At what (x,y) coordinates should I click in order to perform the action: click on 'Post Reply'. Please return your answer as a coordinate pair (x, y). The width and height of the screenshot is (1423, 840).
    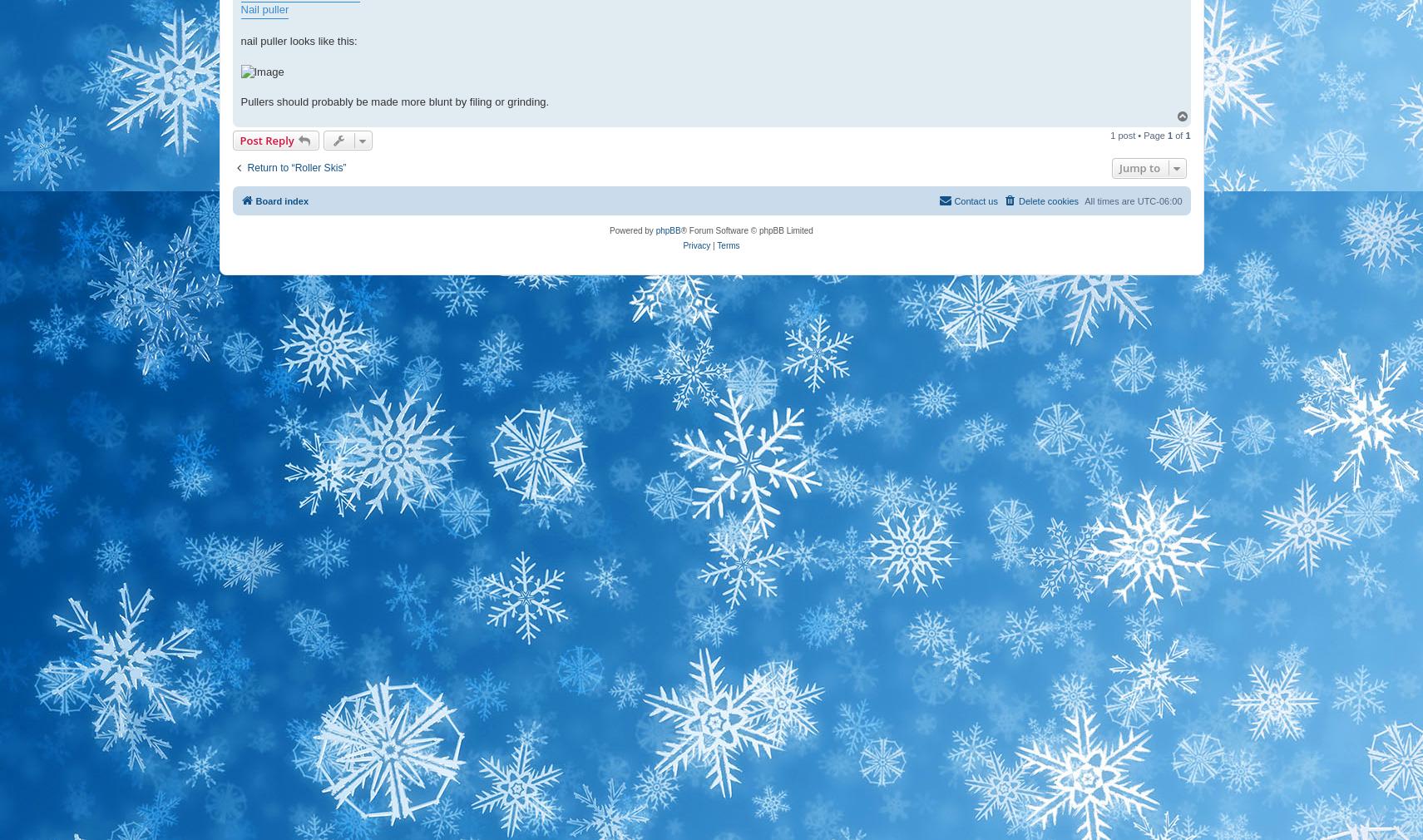
    Looking at the image, I should click on (266, 139).